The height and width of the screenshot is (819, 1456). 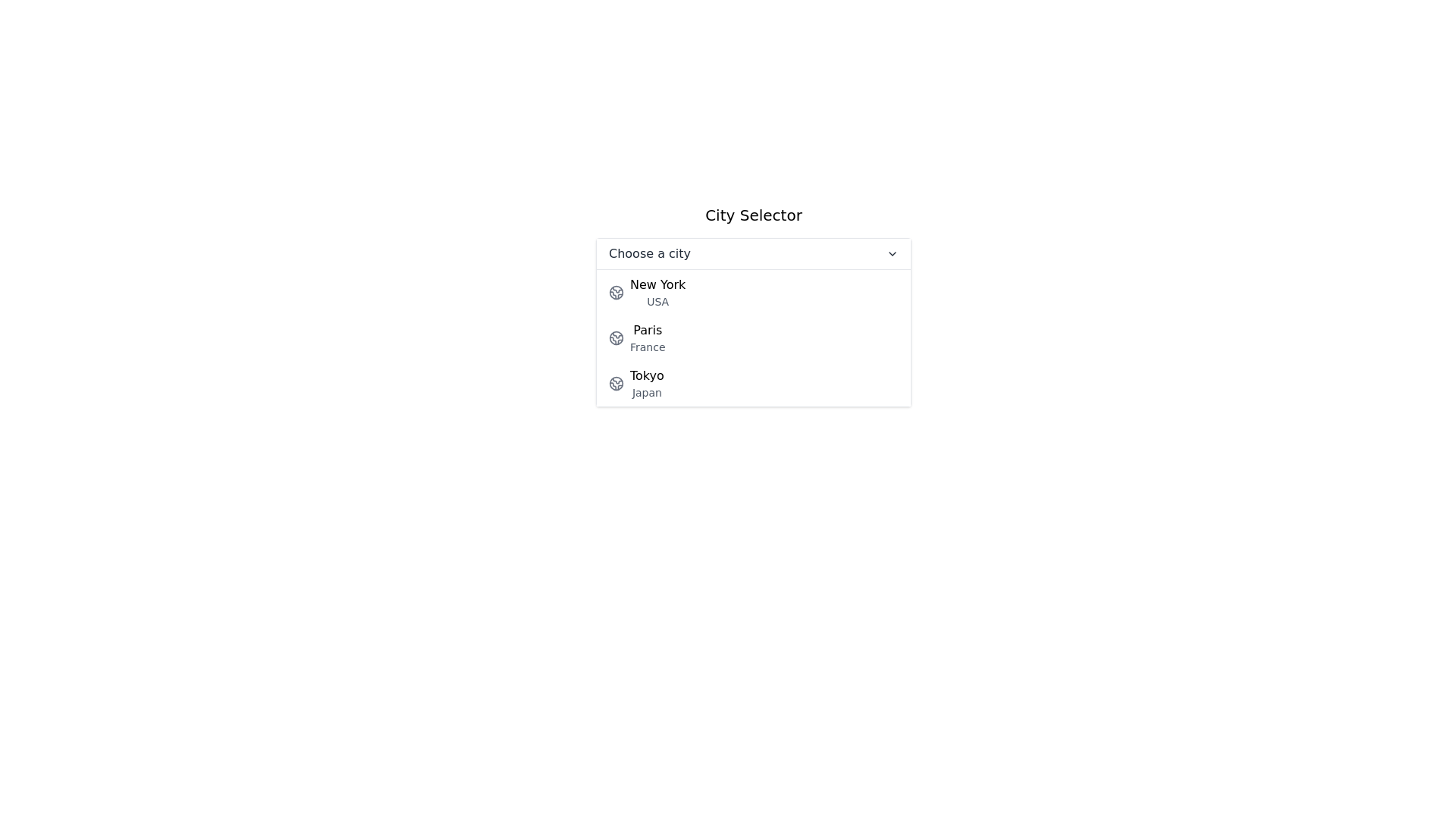 What do you see at coordinates (616, 292) in the screenshot?
I see `the decorative icon located to the left of the 'New York' label in the dropdown list` at bounding box center [616, 292].